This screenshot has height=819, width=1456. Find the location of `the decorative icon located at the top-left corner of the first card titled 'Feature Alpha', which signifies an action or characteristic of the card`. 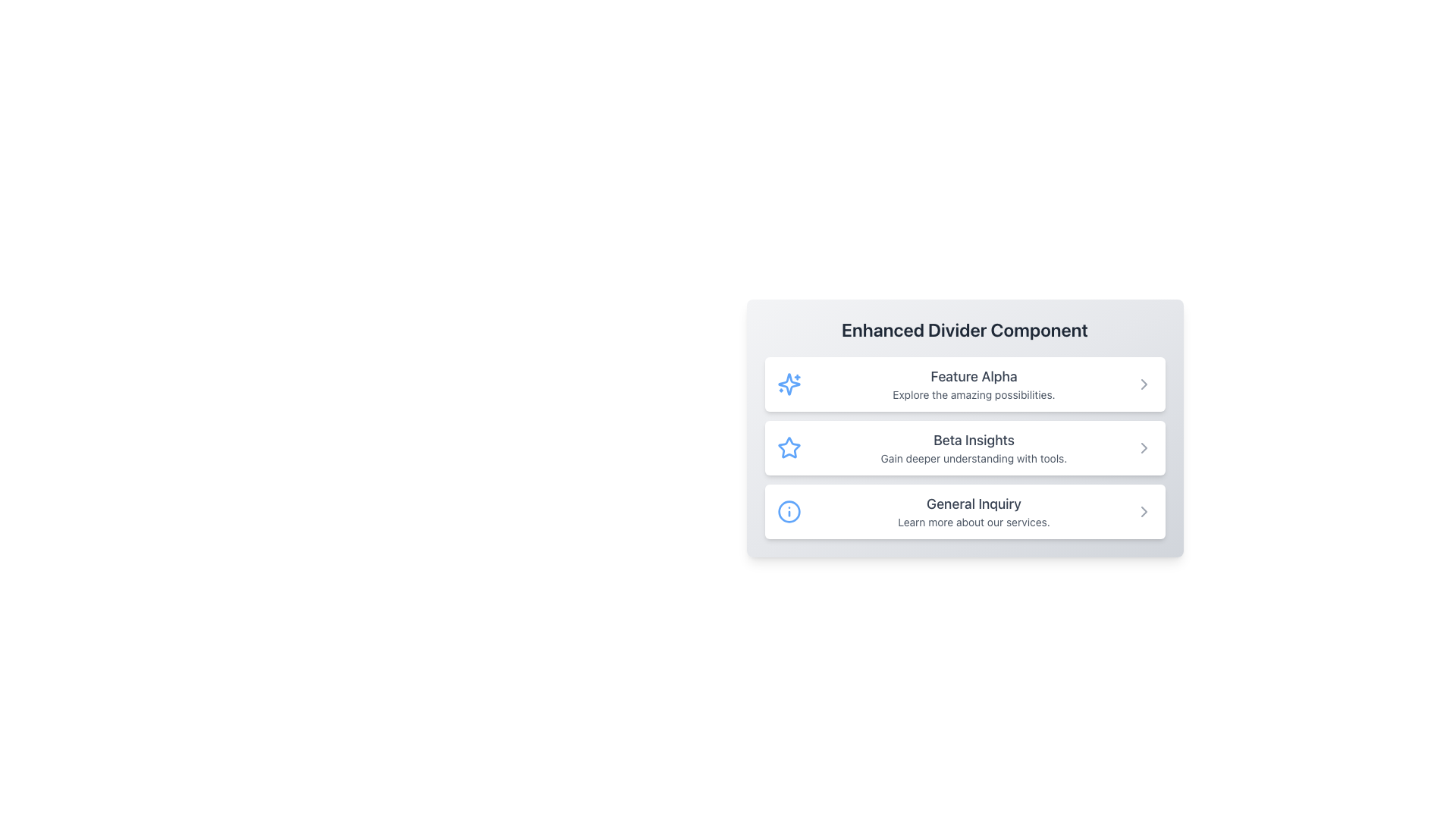

the decorative icon located at the top-left corner of the first card titled 'Feature Alpha', which signifies an action or characteristic of the card is located at coordinates (789, 383).